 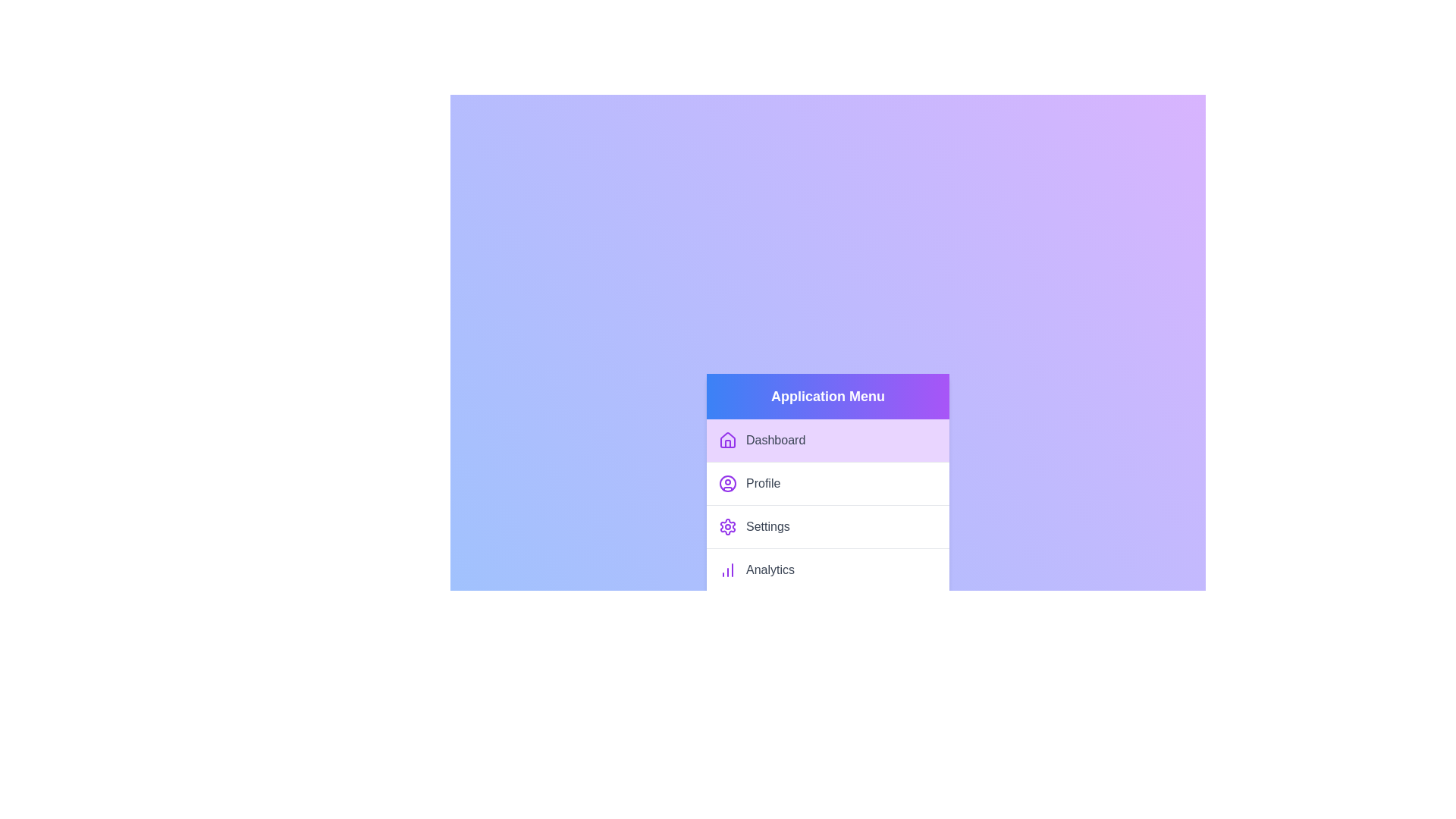 What do you see at coordinates (827, 526) in the screenshot?
I see `the menu item labeled Settings from the list` at bounding box center [827, 526].